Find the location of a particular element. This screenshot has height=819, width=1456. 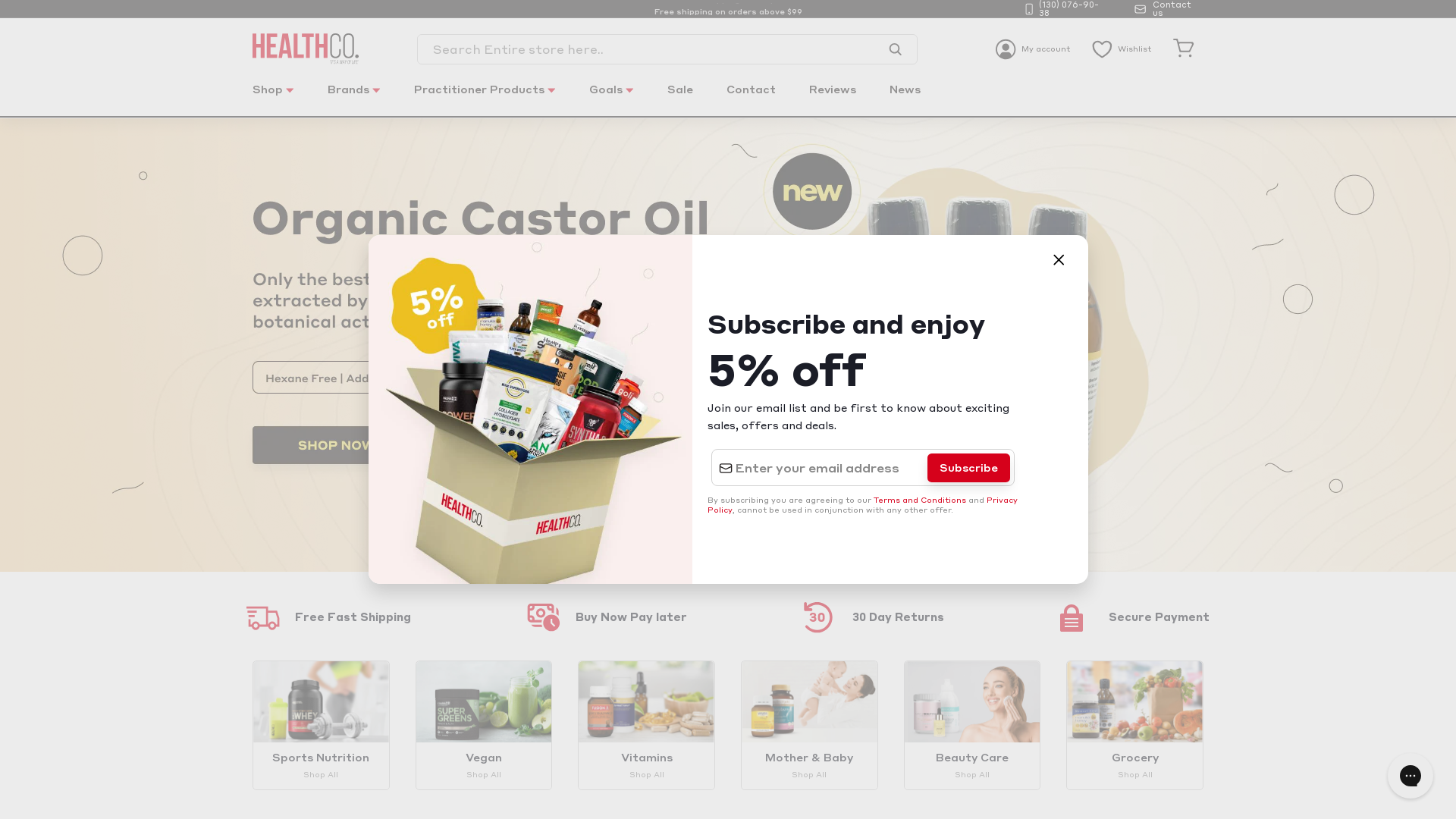

'Terms and Conditions' is located at coordinates (919, 500).